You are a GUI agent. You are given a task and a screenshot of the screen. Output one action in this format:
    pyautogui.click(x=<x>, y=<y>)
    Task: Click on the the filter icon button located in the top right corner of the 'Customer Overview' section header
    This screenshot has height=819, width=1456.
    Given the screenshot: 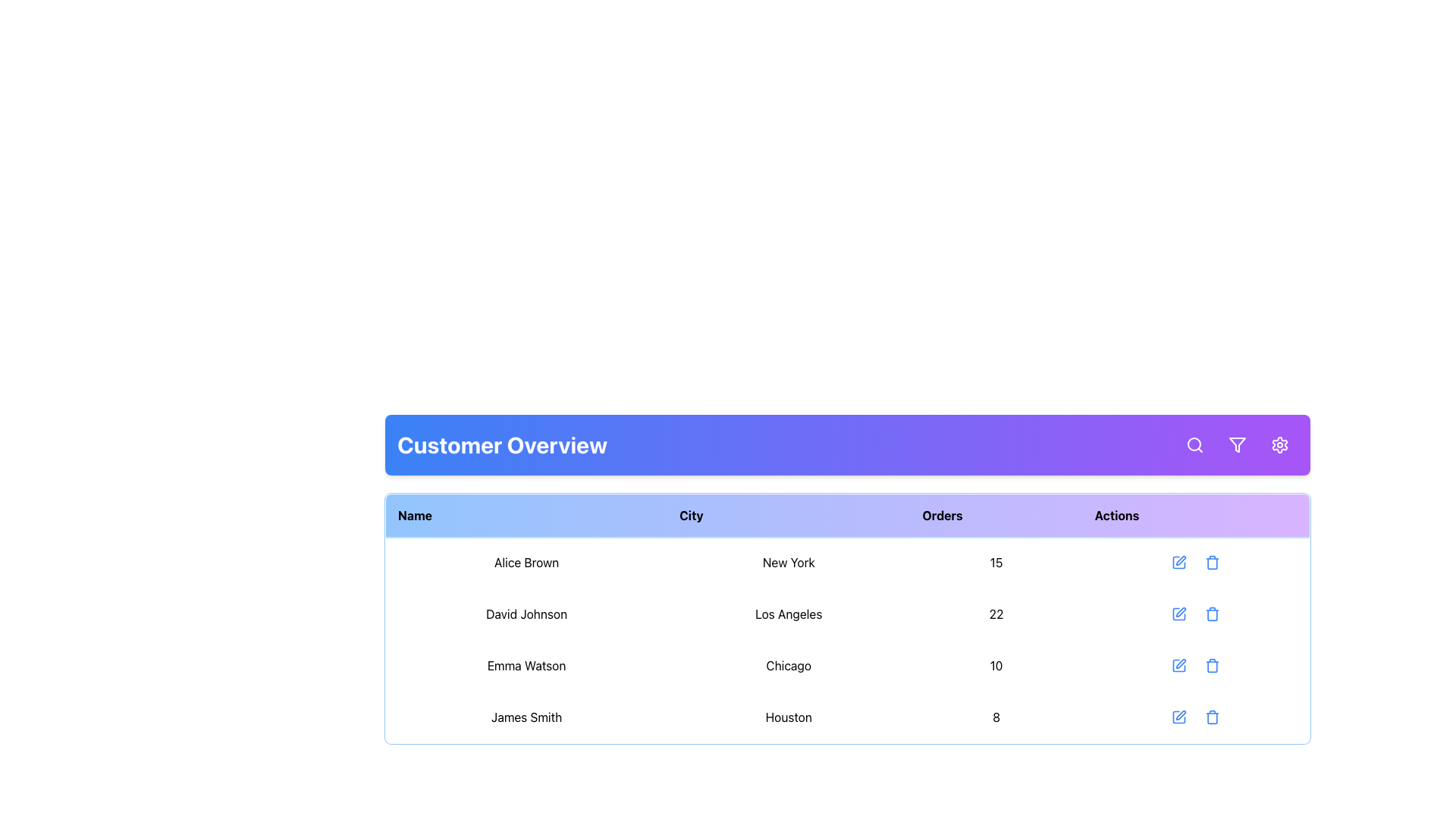 What is the action you would take?
    pyautogui.click(x=1238, y=444)
    